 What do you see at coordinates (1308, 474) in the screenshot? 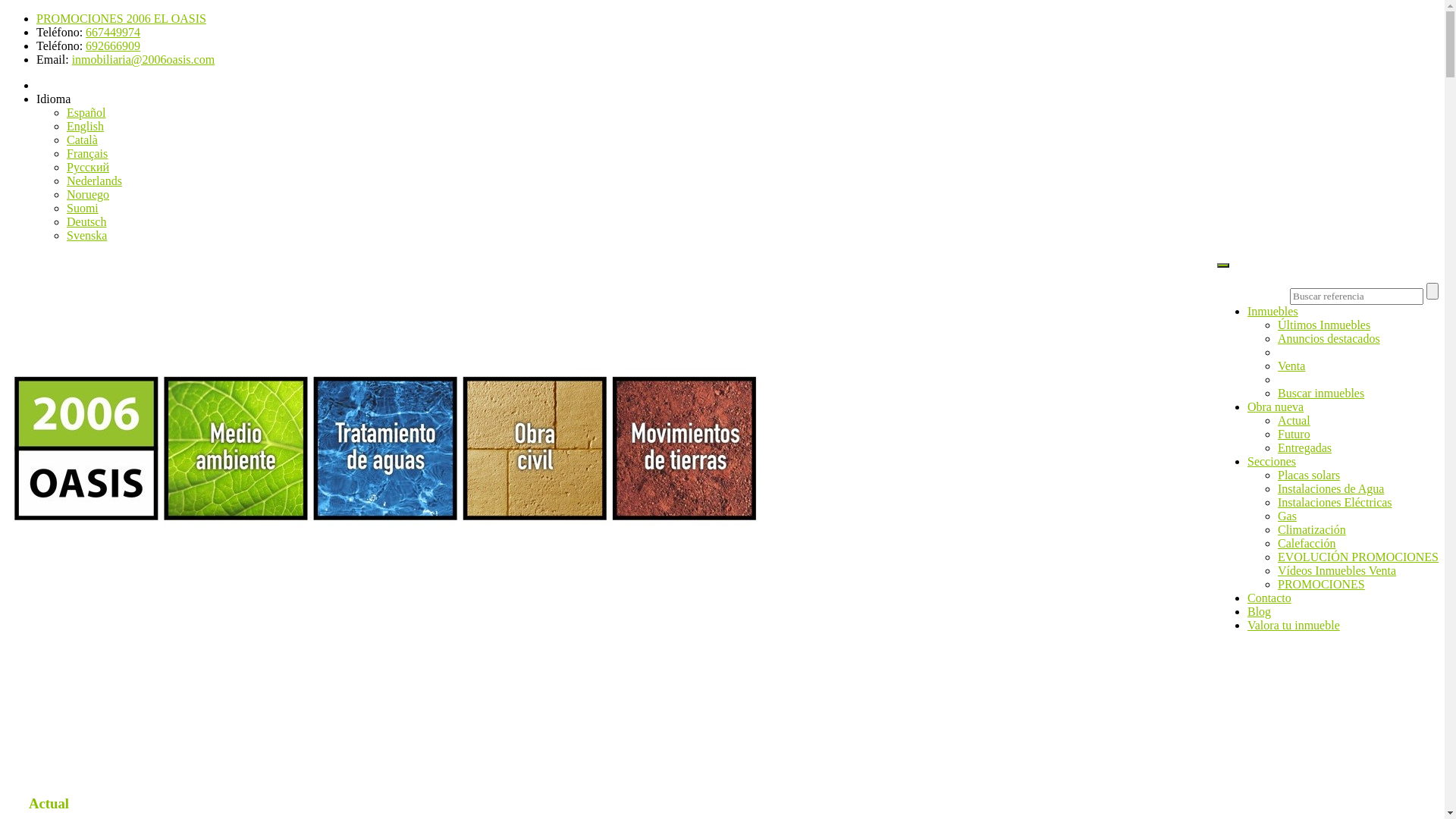
I see `'Placas solars'` at bounding box center [1308, 474].